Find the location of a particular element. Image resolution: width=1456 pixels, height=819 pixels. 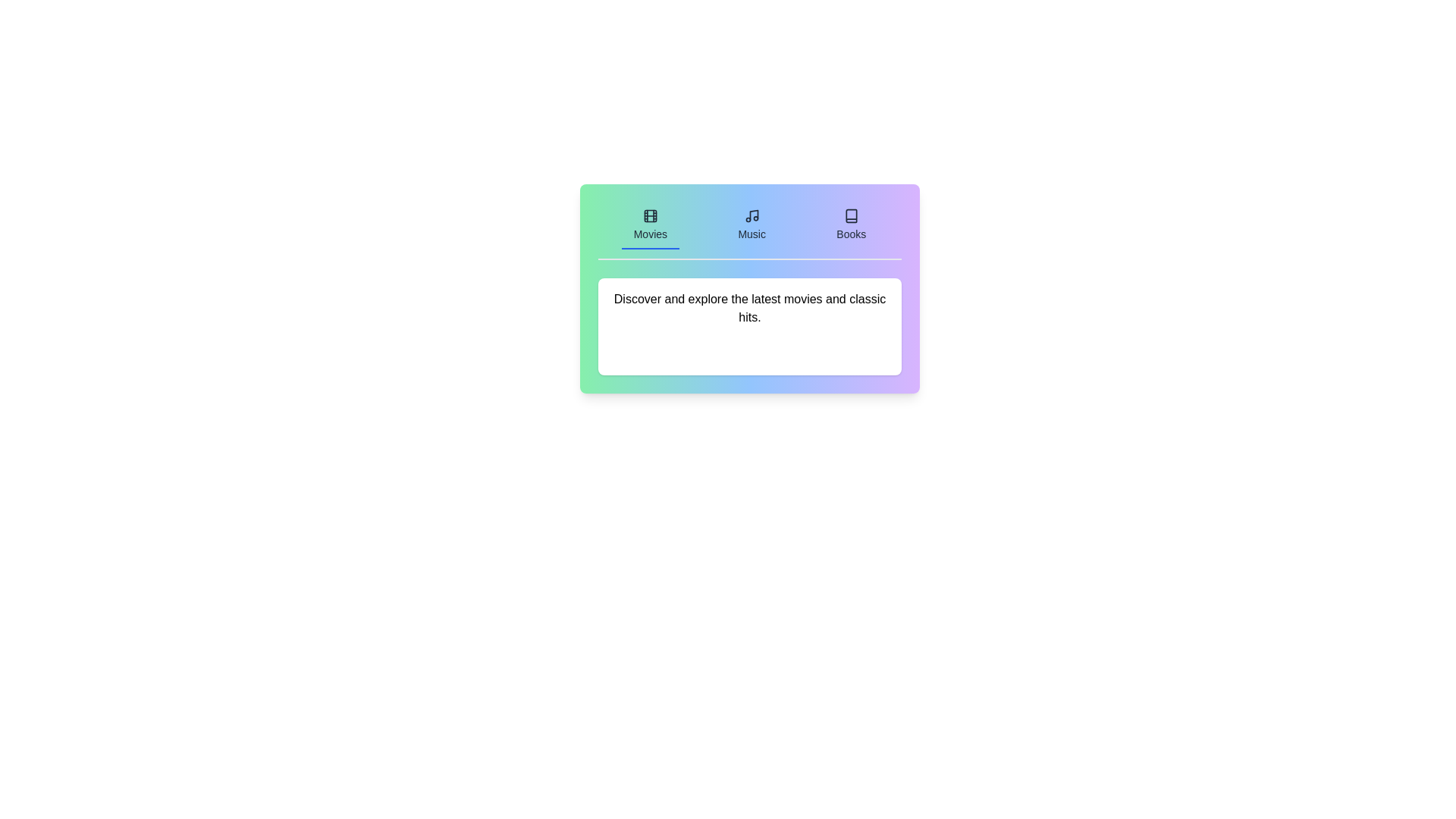

the Movies tab is located at coordinates (650, 225).